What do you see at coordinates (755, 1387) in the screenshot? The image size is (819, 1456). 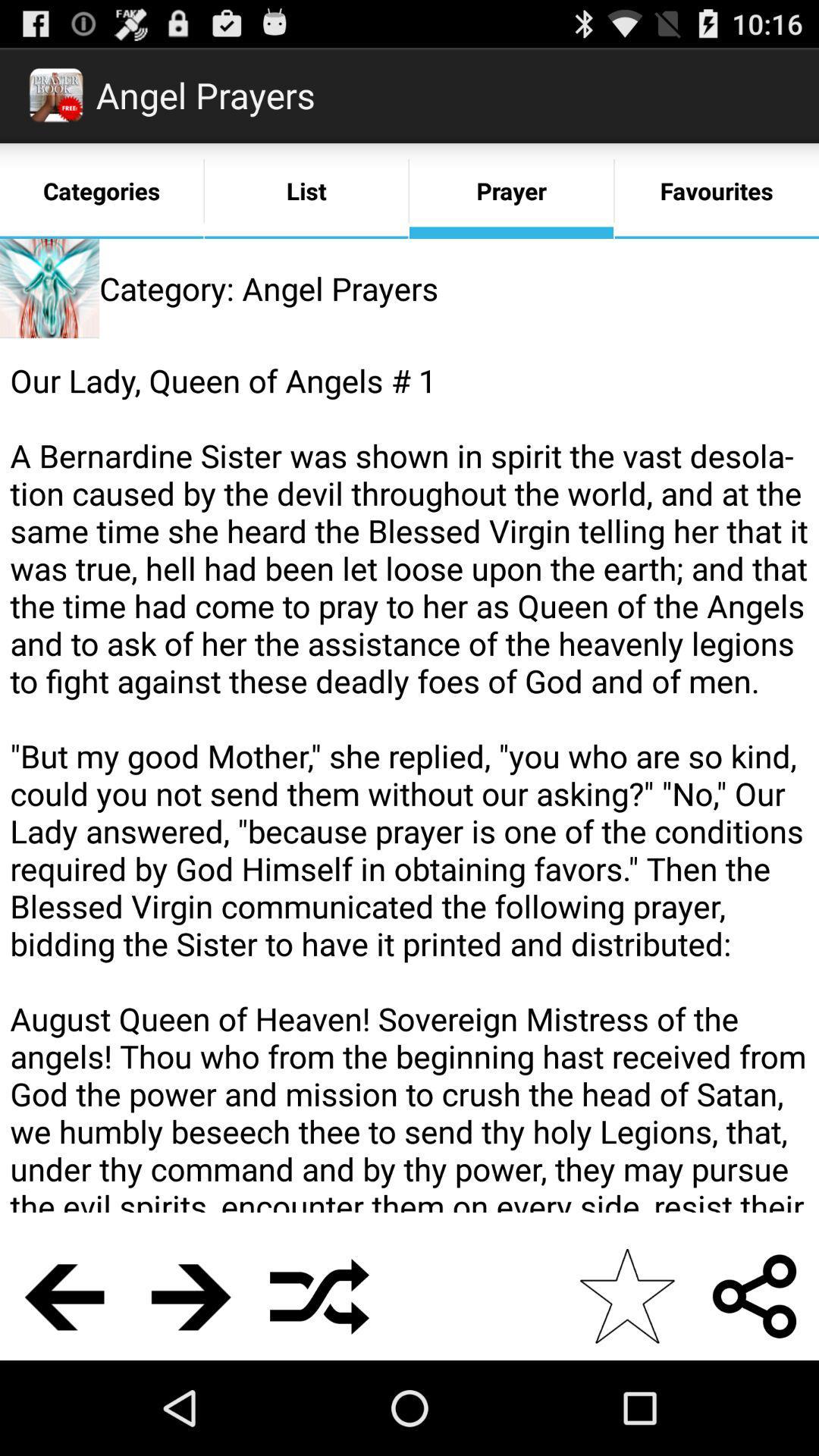 I see `the share icon` at bounding box center [755, 1387].